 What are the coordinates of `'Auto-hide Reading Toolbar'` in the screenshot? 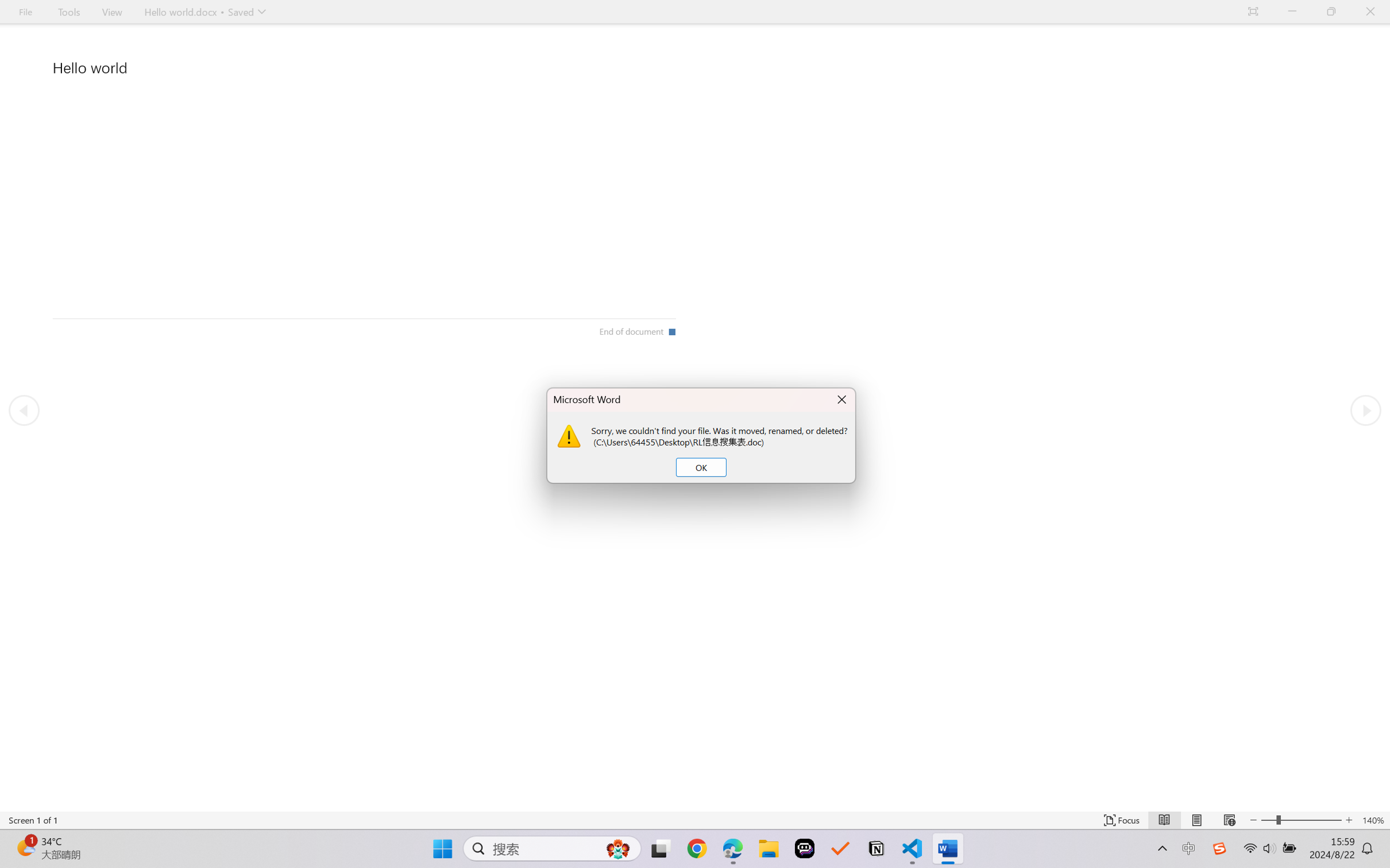 It's located at (1253, 11).